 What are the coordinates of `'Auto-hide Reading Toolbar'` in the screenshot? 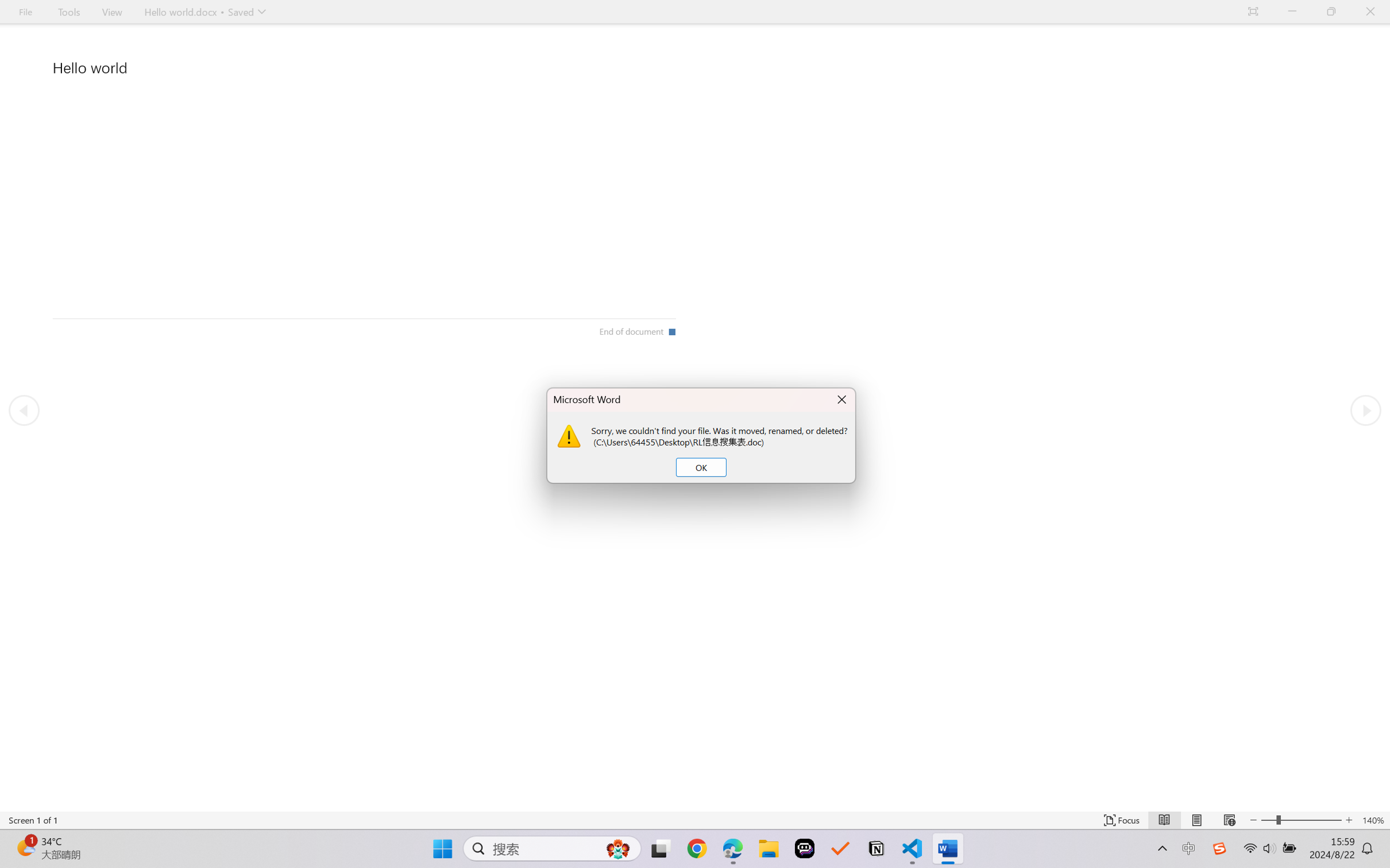 It's located at (1253, 11).